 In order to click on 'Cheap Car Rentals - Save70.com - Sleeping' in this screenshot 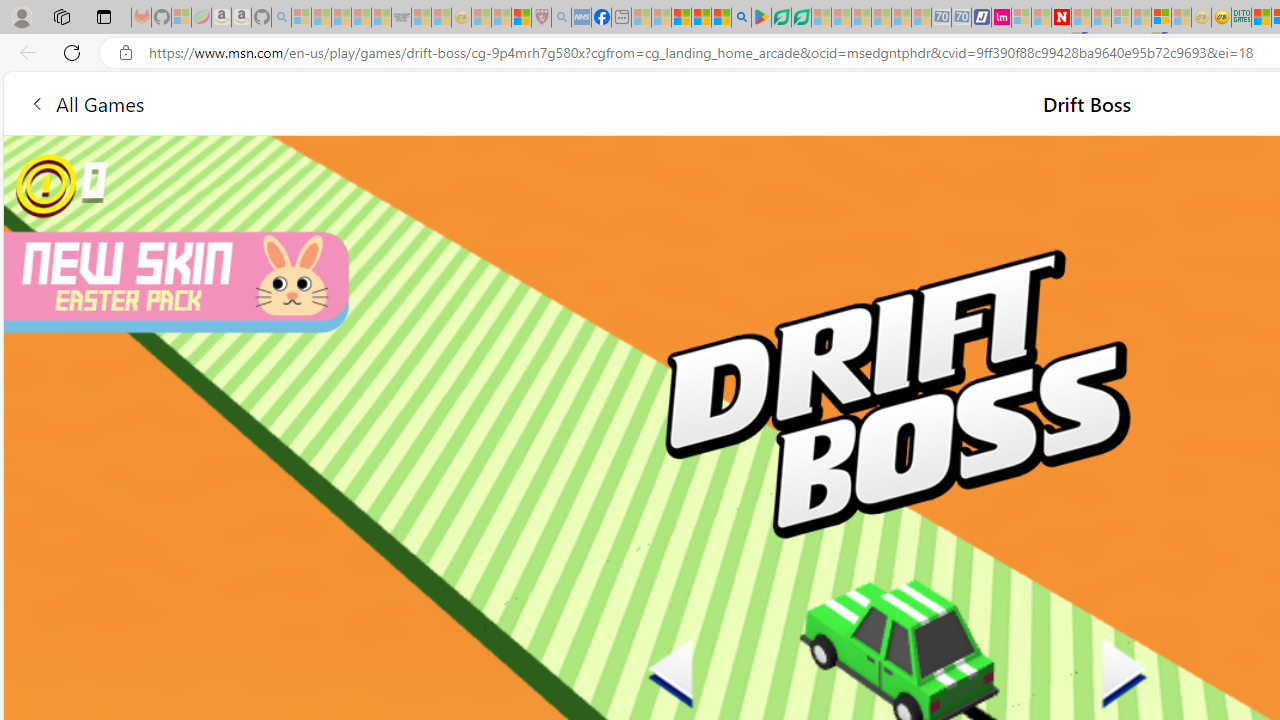, I will do `click(940, 17)`.